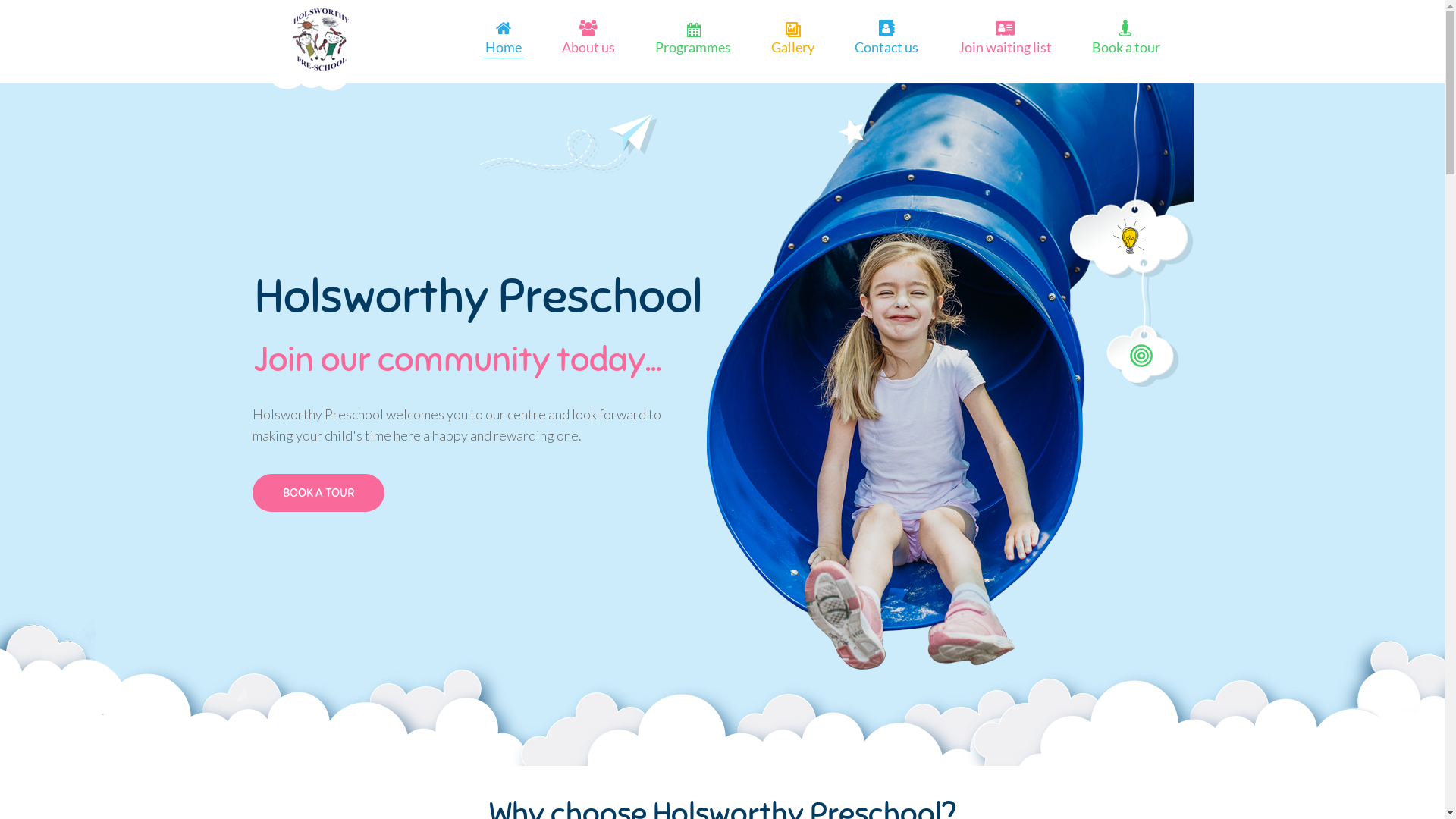  What do you see at coordinates (1005, 46) in the screenshot?
I see `'Join waiting list'` at bounding box center [1005, 46].